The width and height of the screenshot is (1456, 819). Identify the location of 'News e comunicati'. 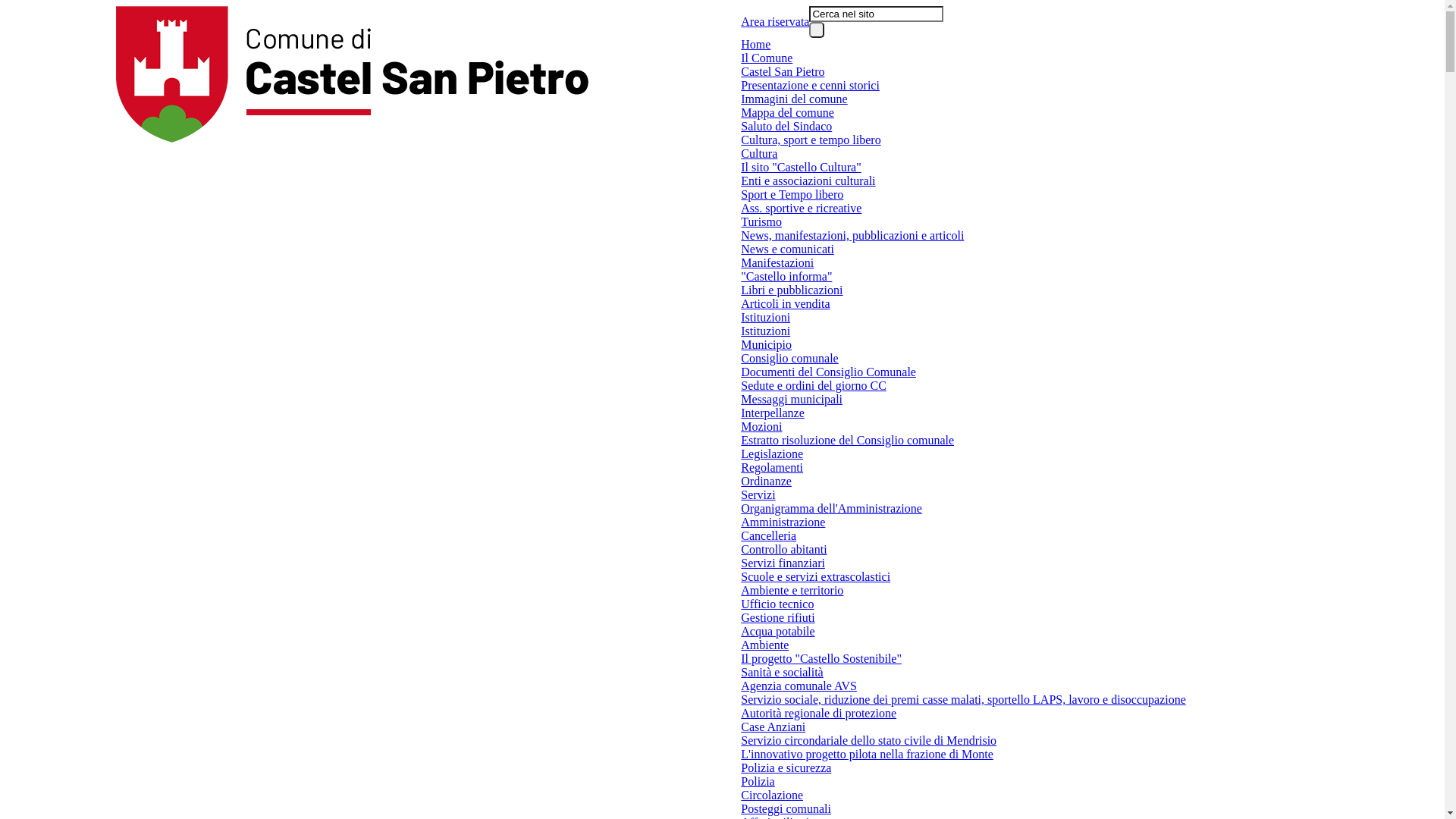
(787, 248).